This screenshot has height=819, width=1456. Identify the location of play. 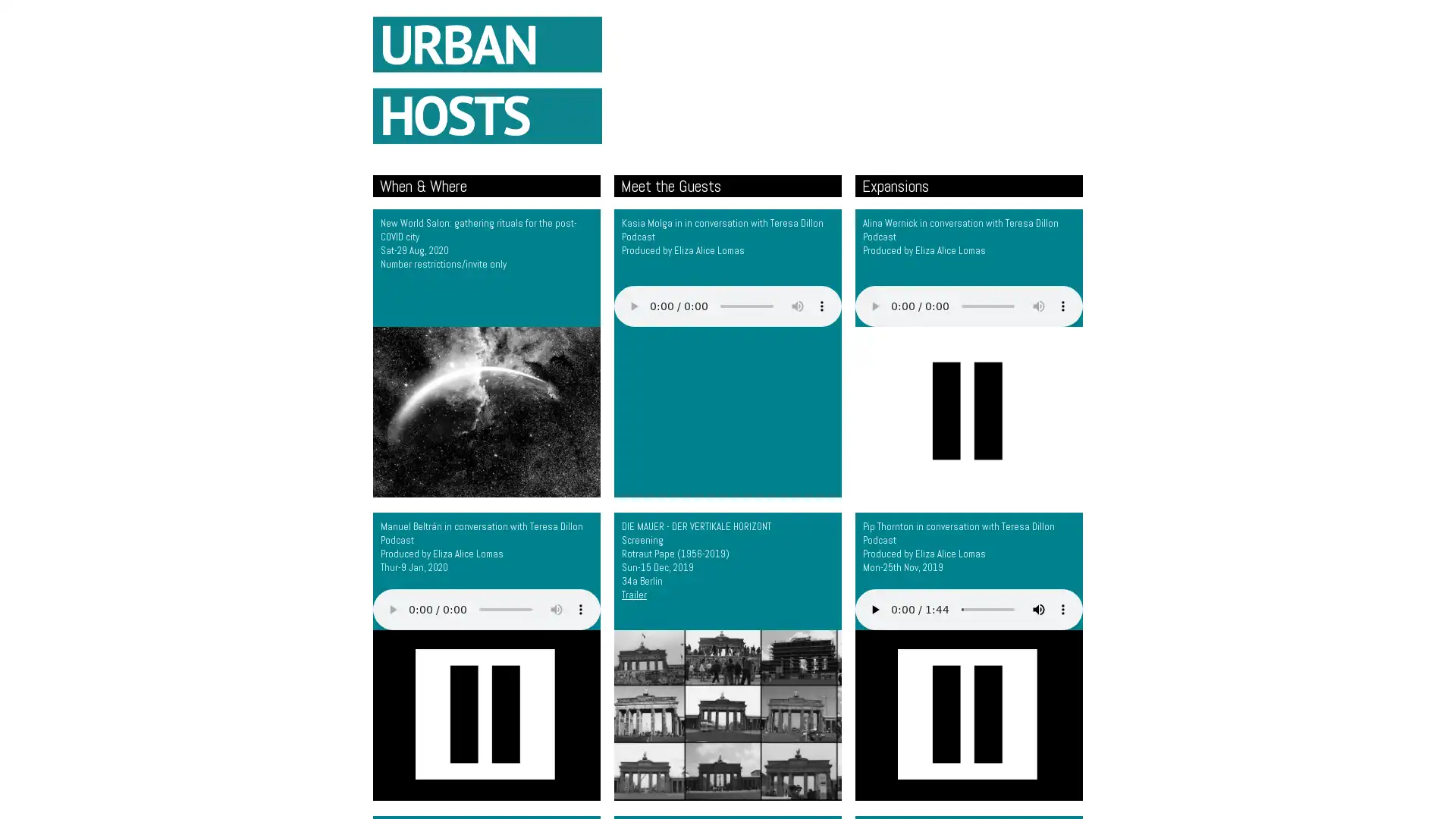
(633, 306).